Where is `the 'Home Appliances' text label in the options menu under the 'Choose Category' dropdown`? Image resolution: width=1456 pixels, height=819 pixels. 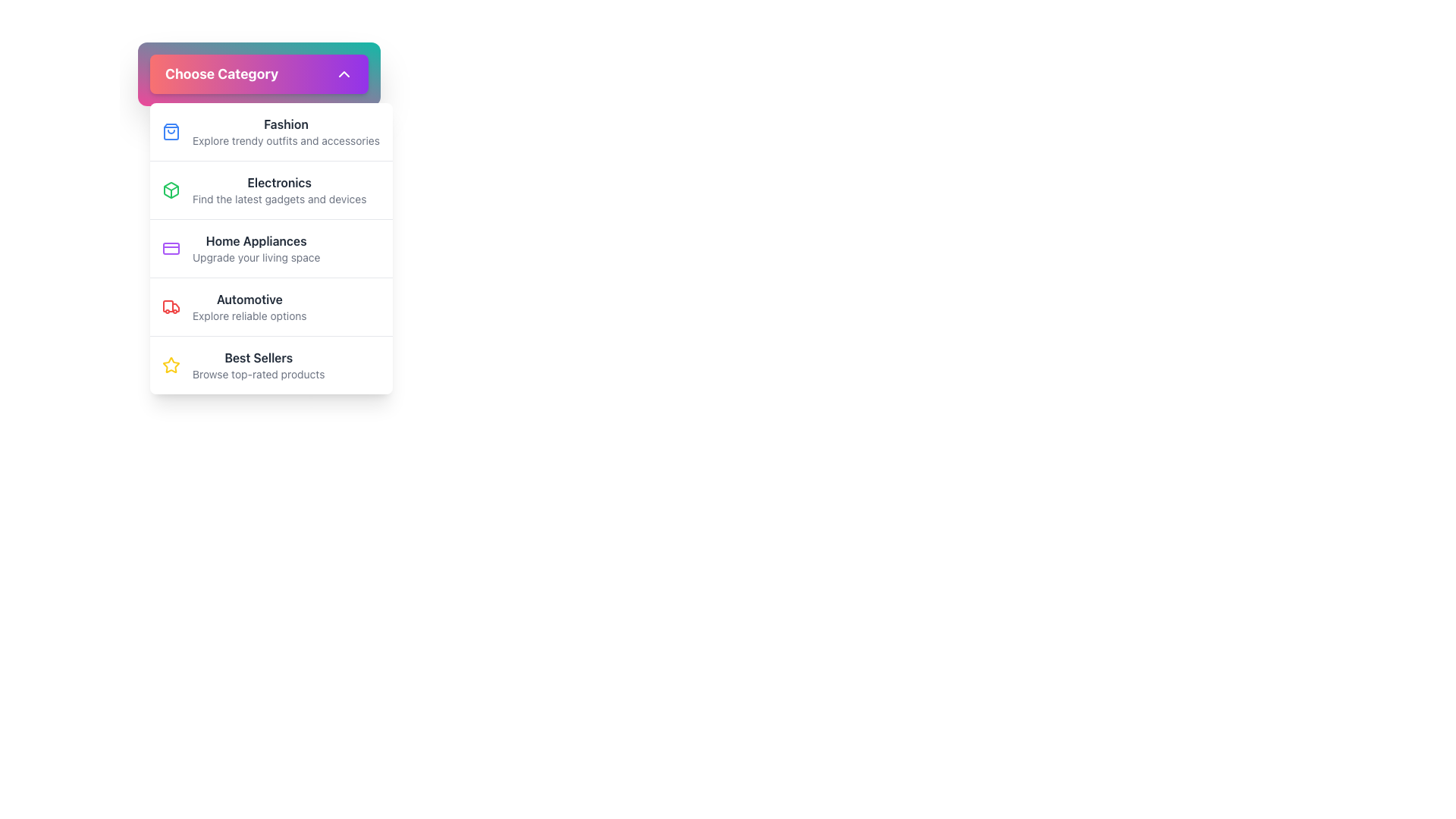
the 'Home Appliances' text label in the options menu under the 'Choose Category' dropdown is located at coordinates (256, 240).